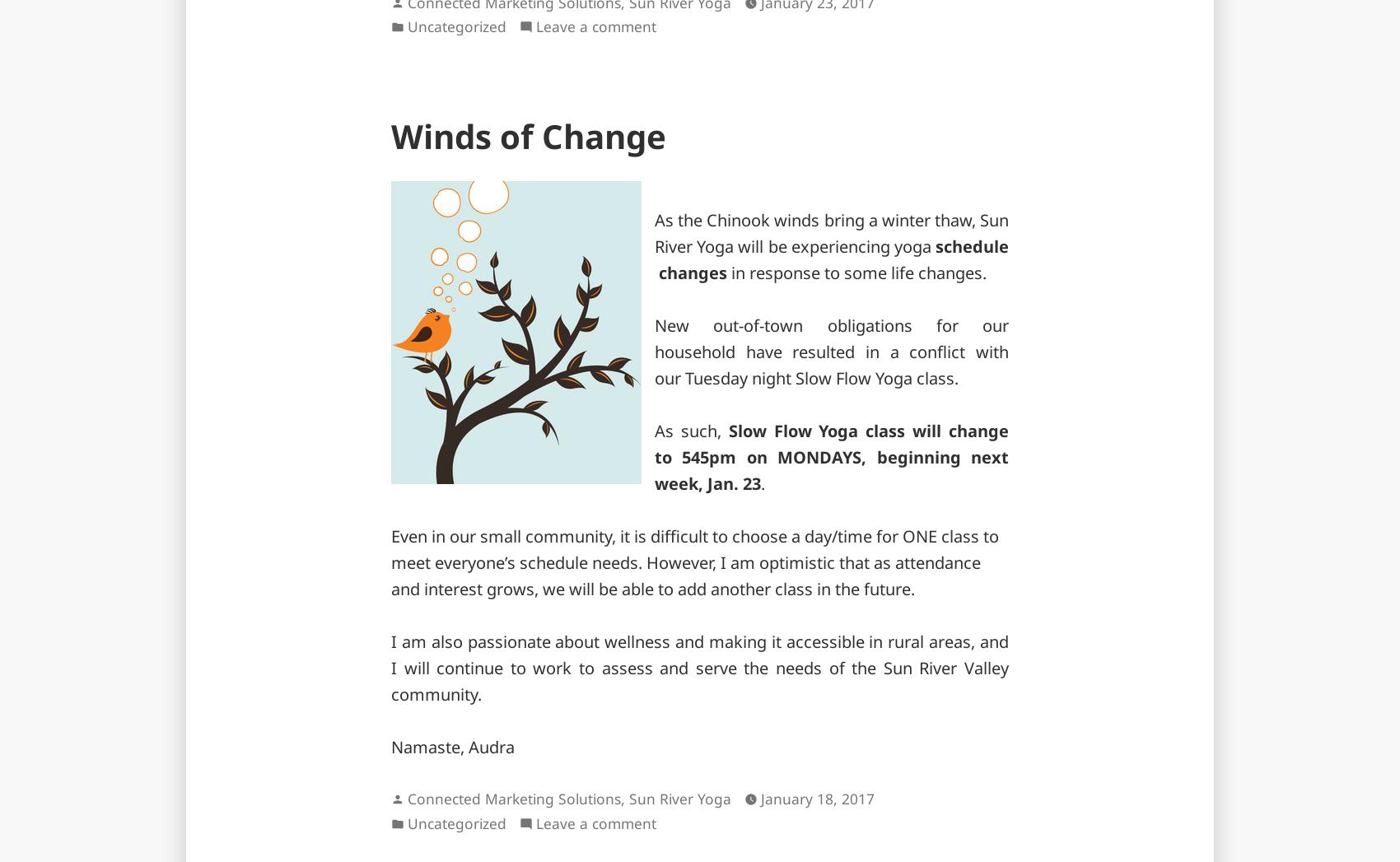 This screenshot has width=1400, height=862. I want to click on 'New out-of-town obligations for our household have resulted in a conflict with our Tuesday night Slow Flow Yoga class.', so click(830, 350).